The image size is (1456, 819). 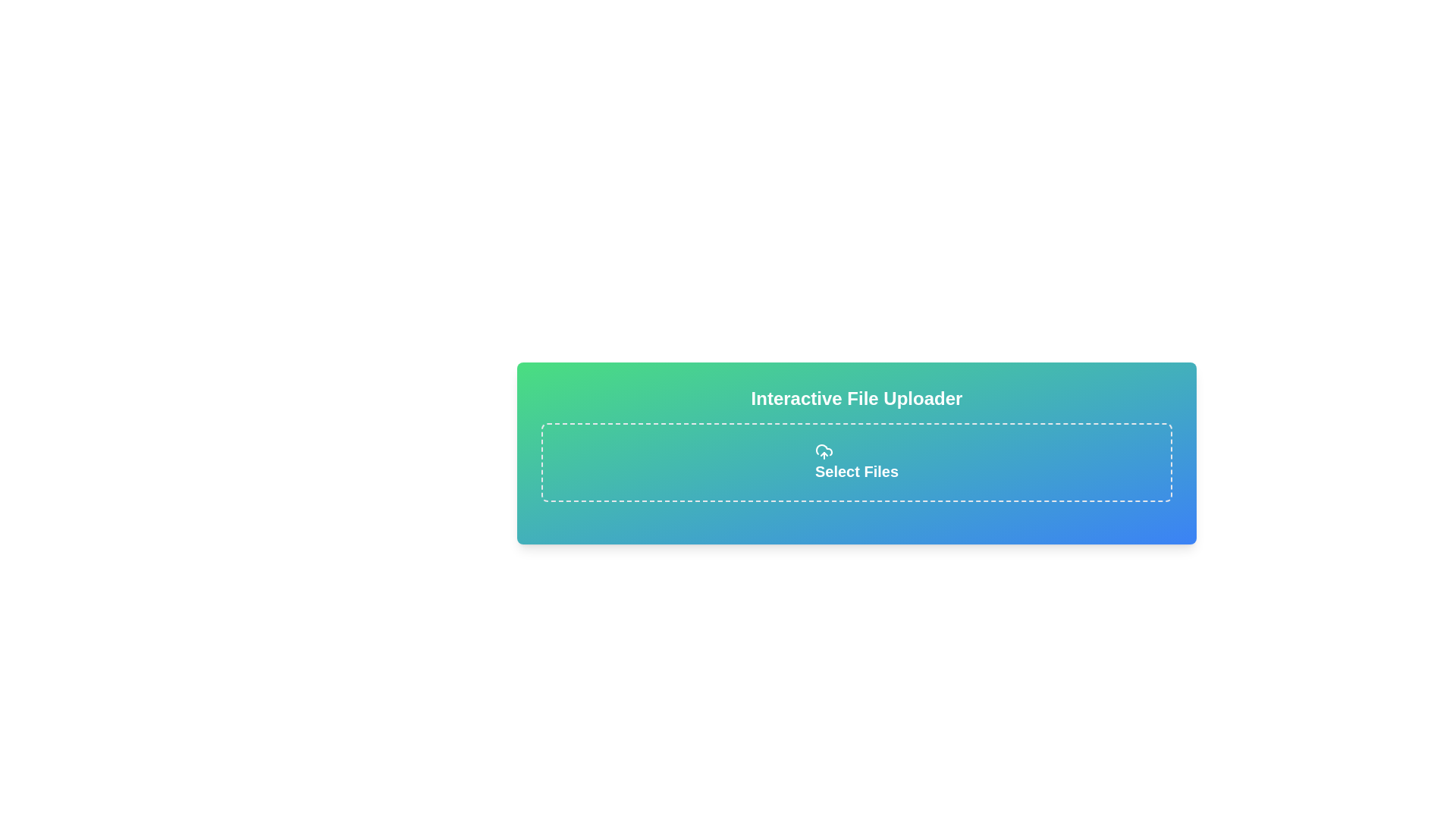 I want to click on the file upload icon located above the 'Select Files' text, so click(x=823, y=451).